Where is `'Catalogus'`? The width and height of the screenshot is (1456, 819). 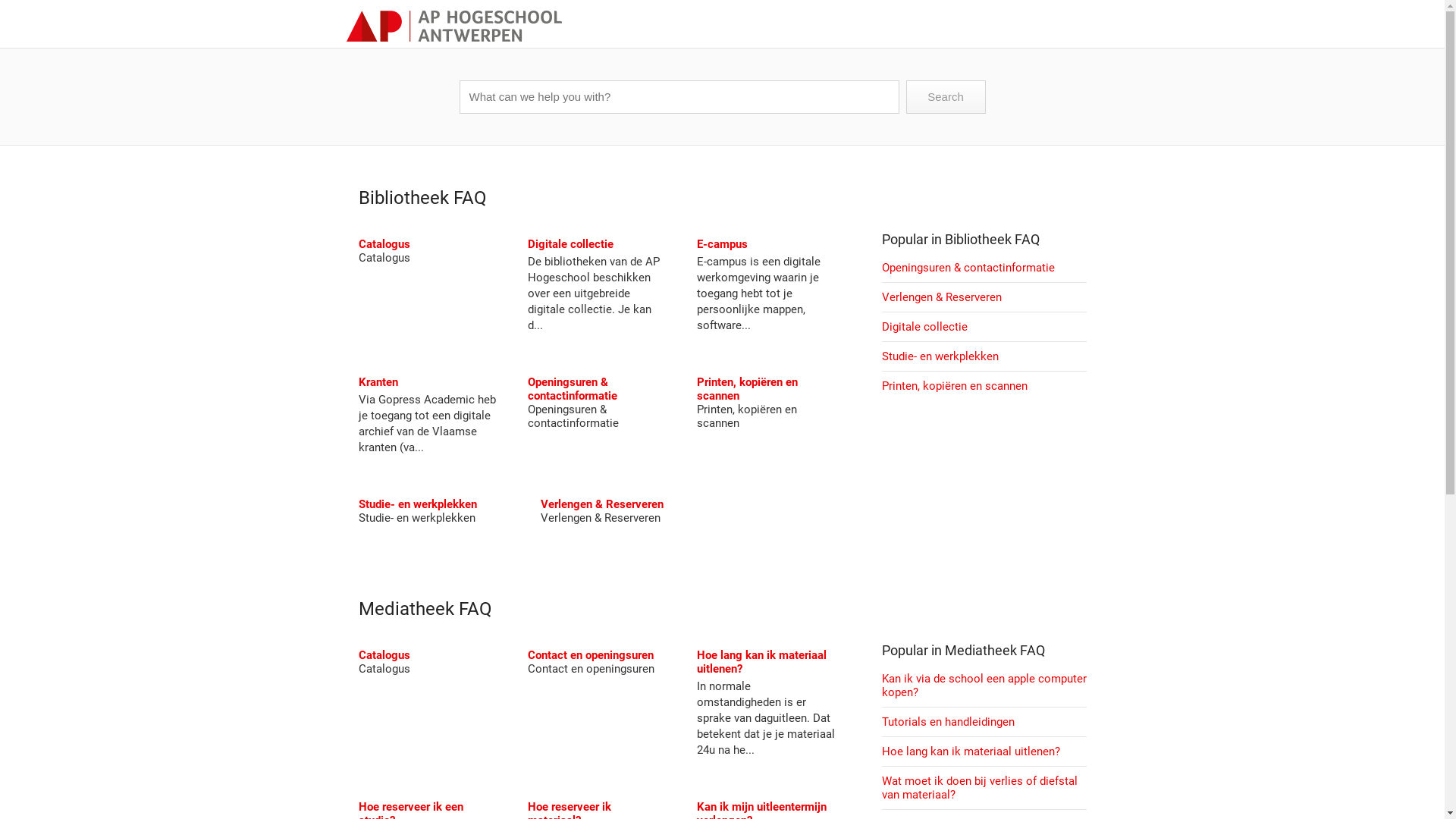
'Catalogus' is located at coordinates (383, 243).